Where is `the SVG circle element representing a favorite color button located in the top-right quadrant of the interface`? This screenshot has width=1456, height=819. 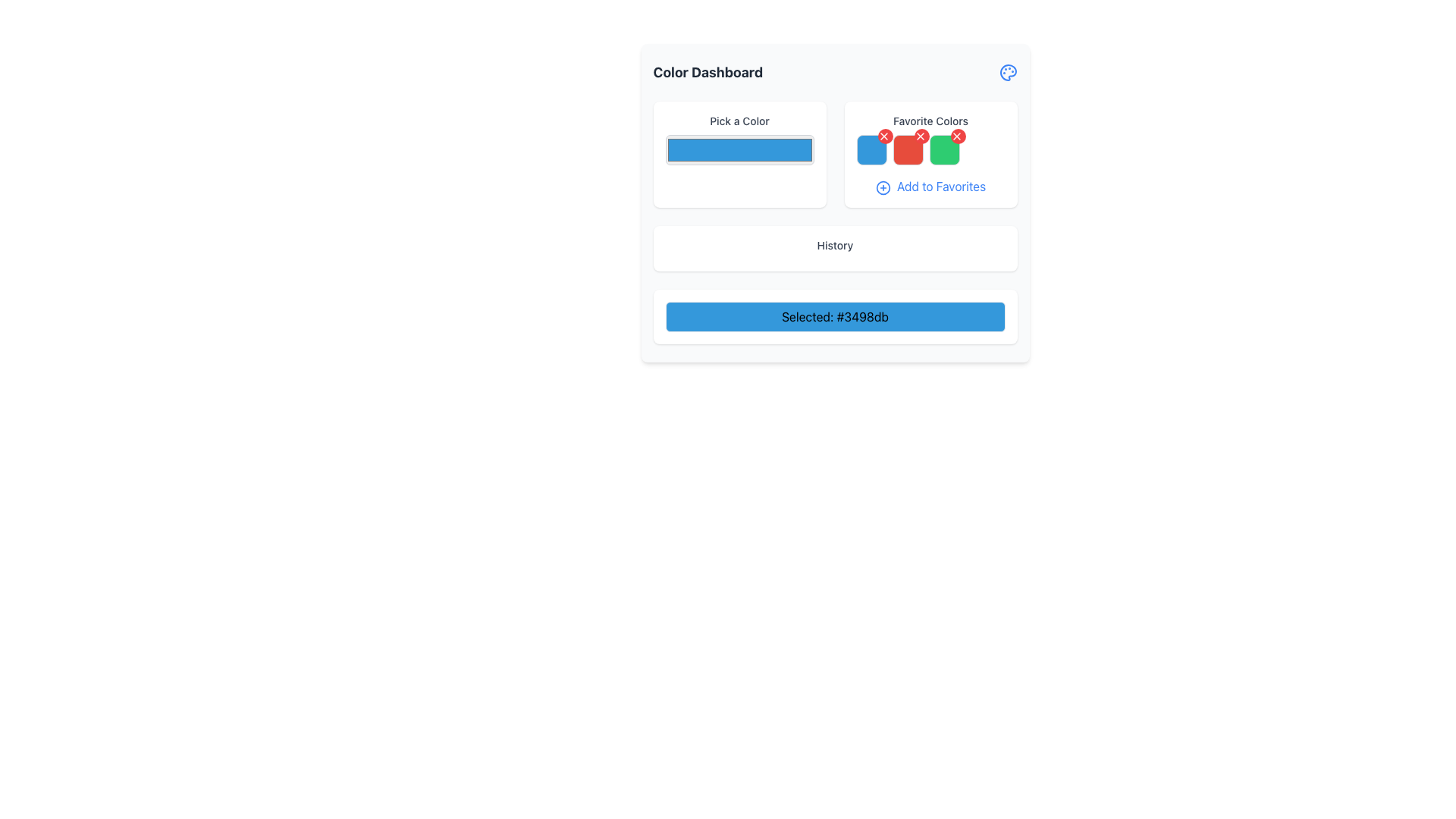 the SVG circle element representing a favorite color button located in the top-right quadrant of the interface is located at coordinates (883, 187).